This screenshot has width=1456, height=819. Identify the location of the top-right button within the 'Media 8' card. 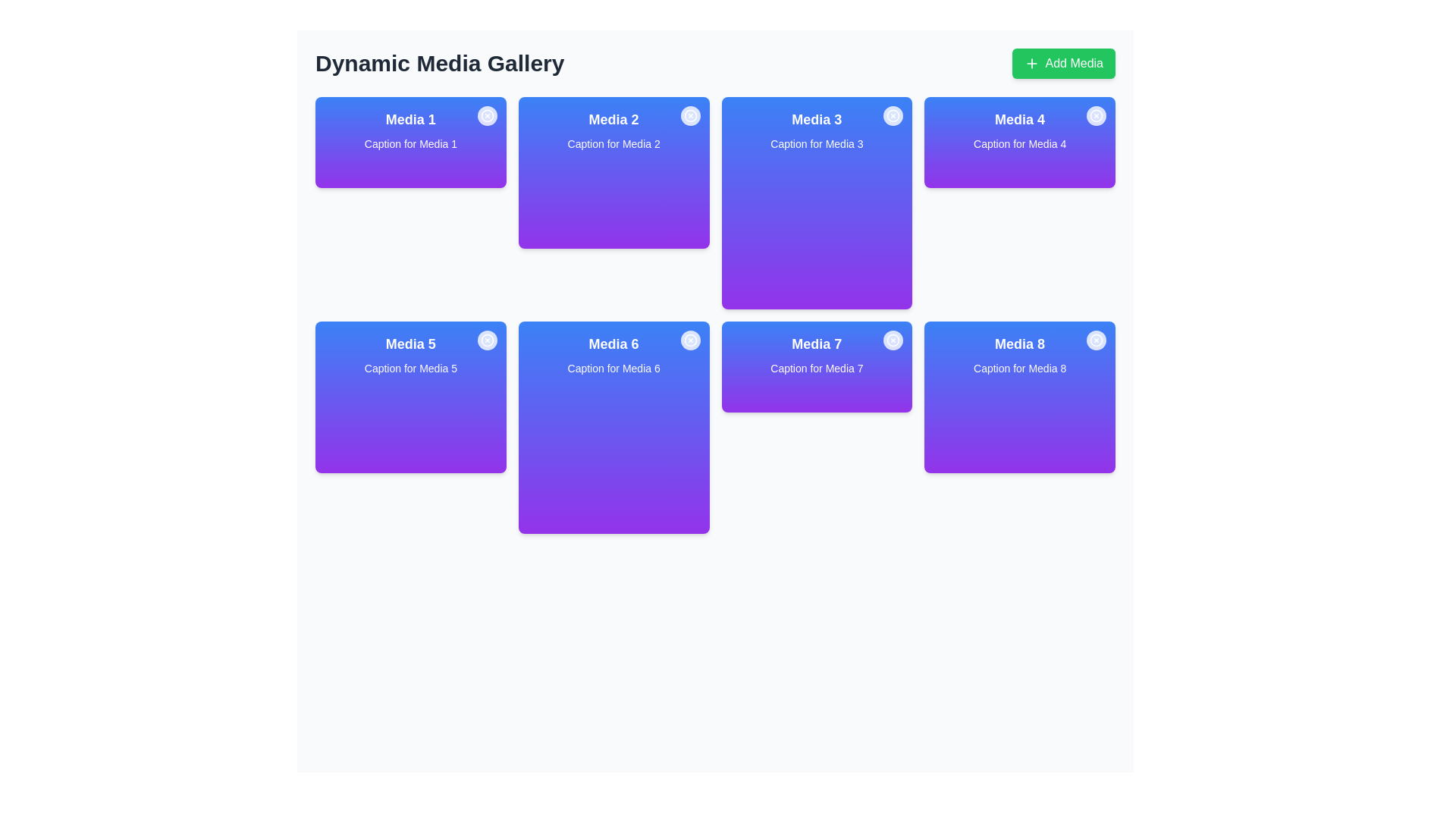
(1096, 341).